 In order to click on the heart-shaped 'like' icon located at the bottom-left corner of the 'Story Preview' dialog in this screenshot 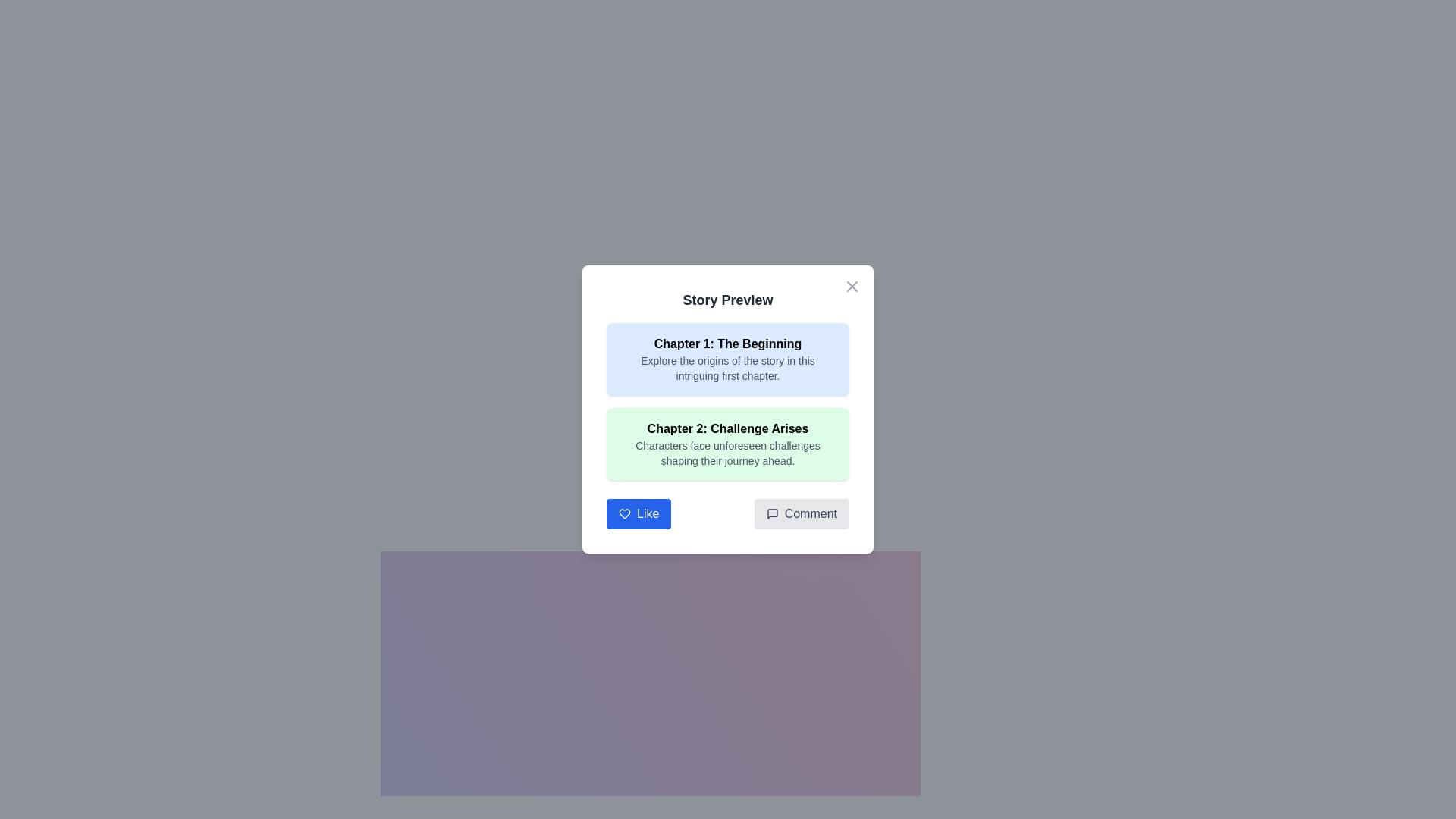, I will do `click(625, 513)`.